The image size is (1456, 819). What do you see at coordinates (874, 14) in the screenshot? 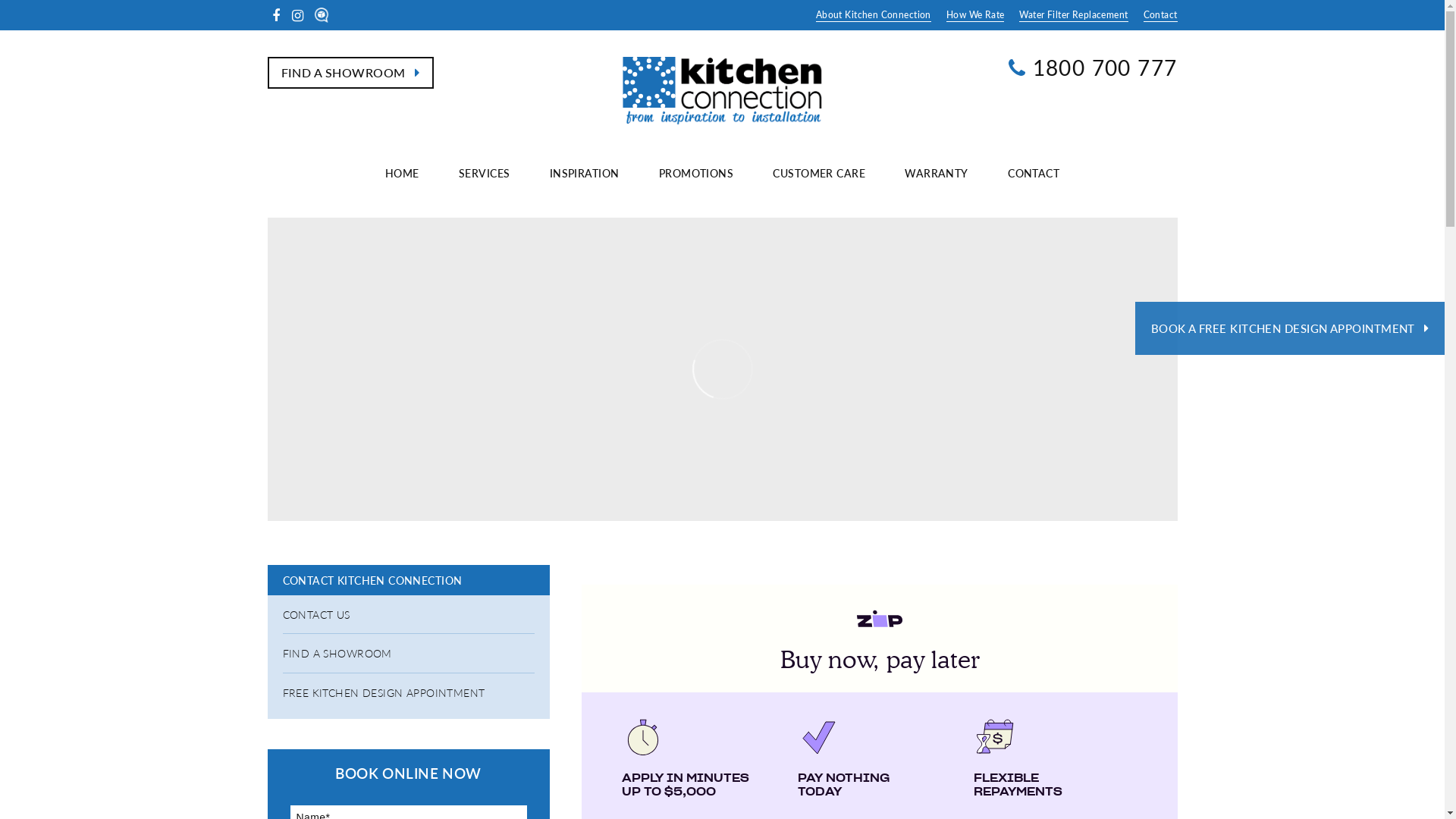
I see `'About Kitchen Connection'` at bounding box center [874, 14].